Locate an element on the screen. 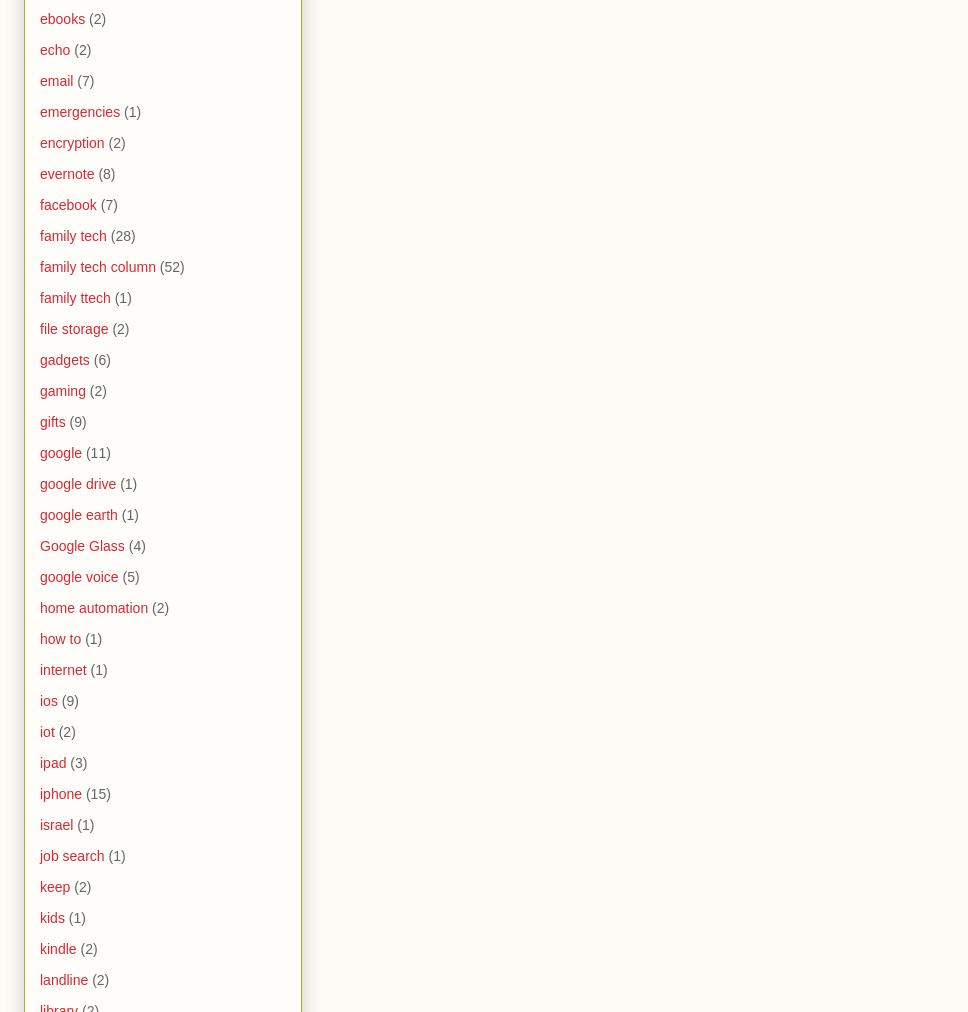 This screenshot has width=968, height=1012. 'encryption' is located at coordinates (39, 142).